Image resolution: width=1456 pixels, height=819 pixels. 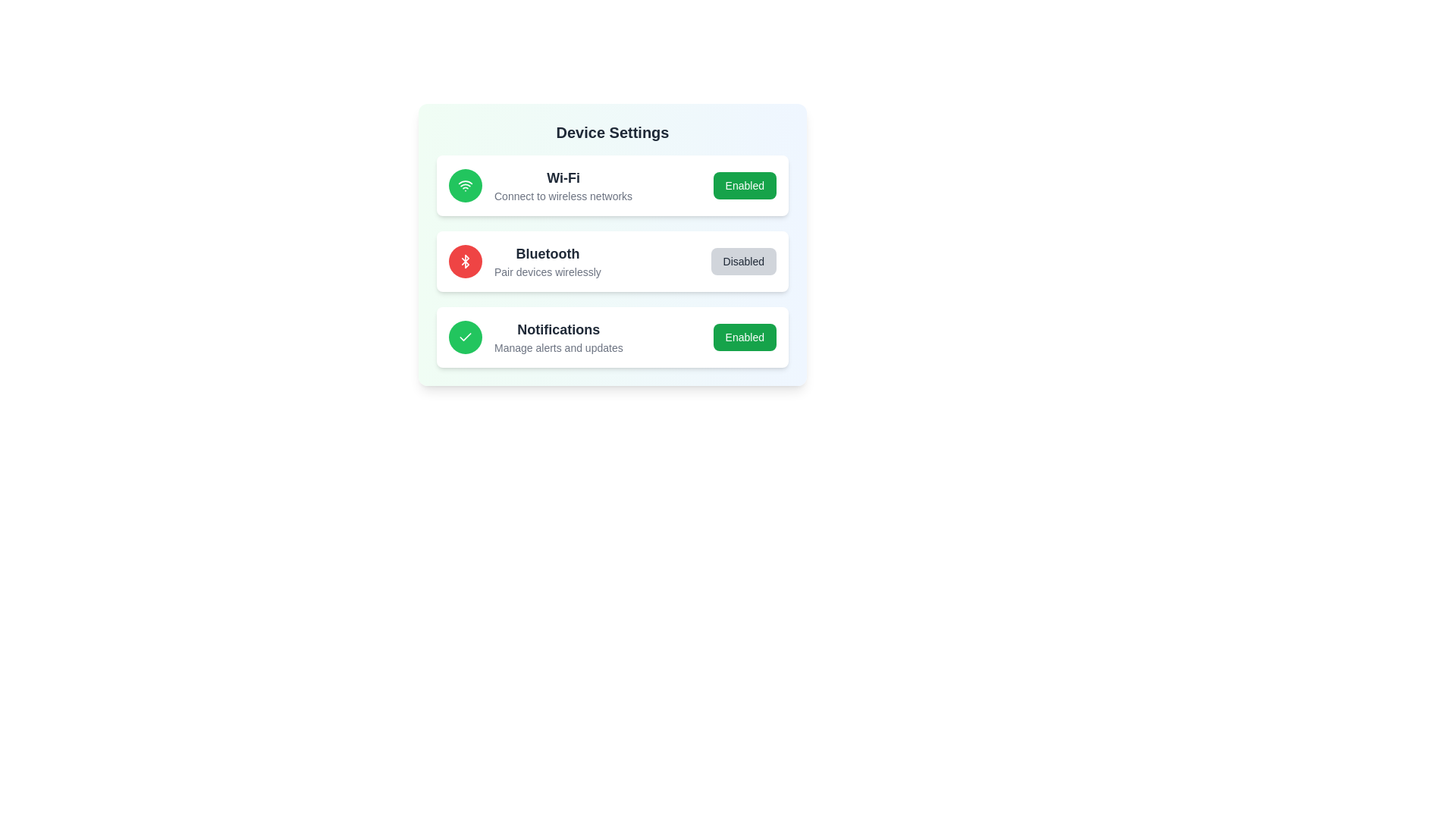 What do you see at coordinates (563, 177) in the screenshot?
I see `the setting name Wi-Fi to focus or highlight its text` at bounding box center [563, 177].